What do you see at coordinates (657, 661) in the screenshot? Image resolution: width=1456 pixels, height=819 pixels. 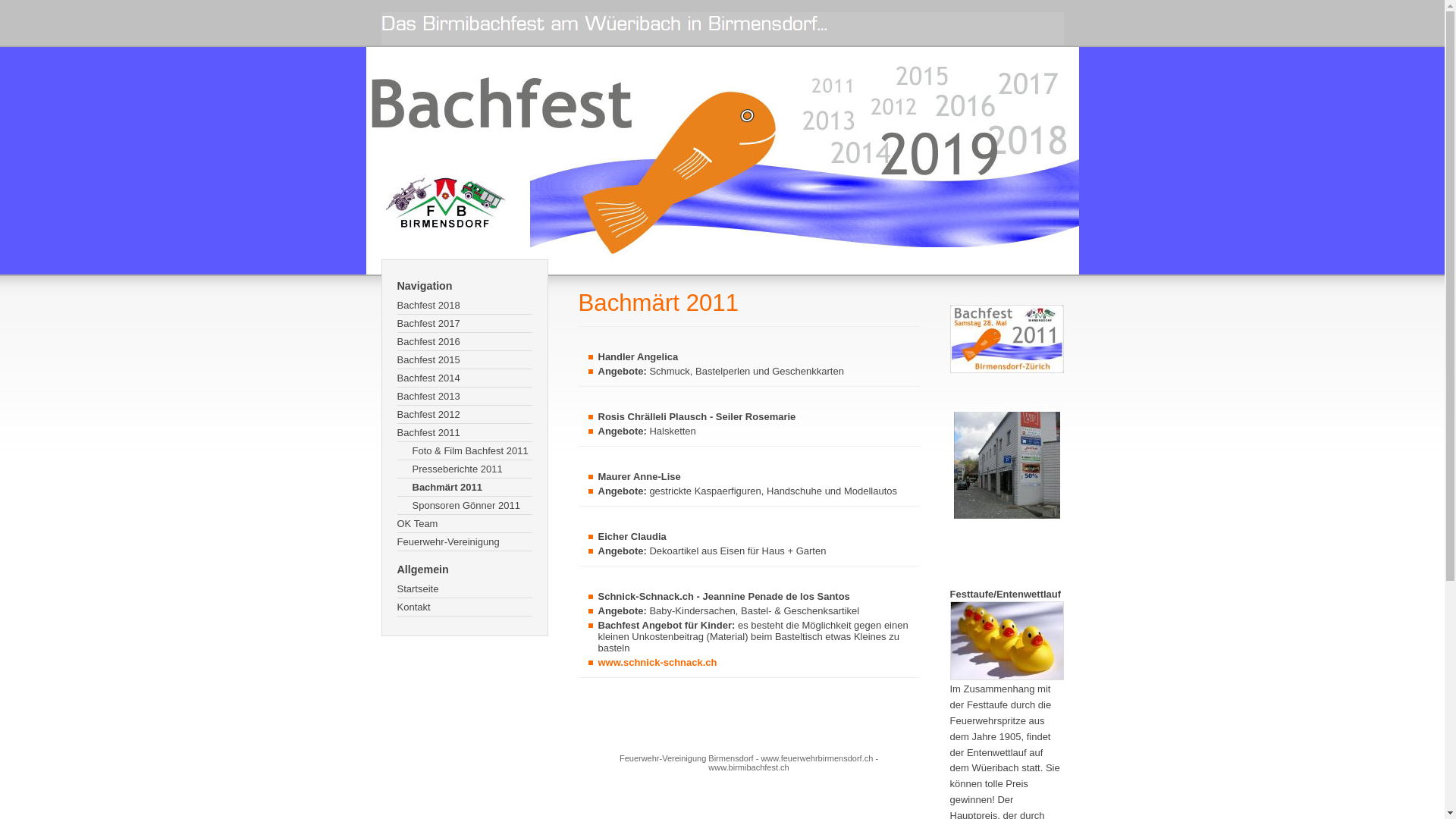 I see `'www.schnick-schnack.ch'` at bounding box center [657, 661].